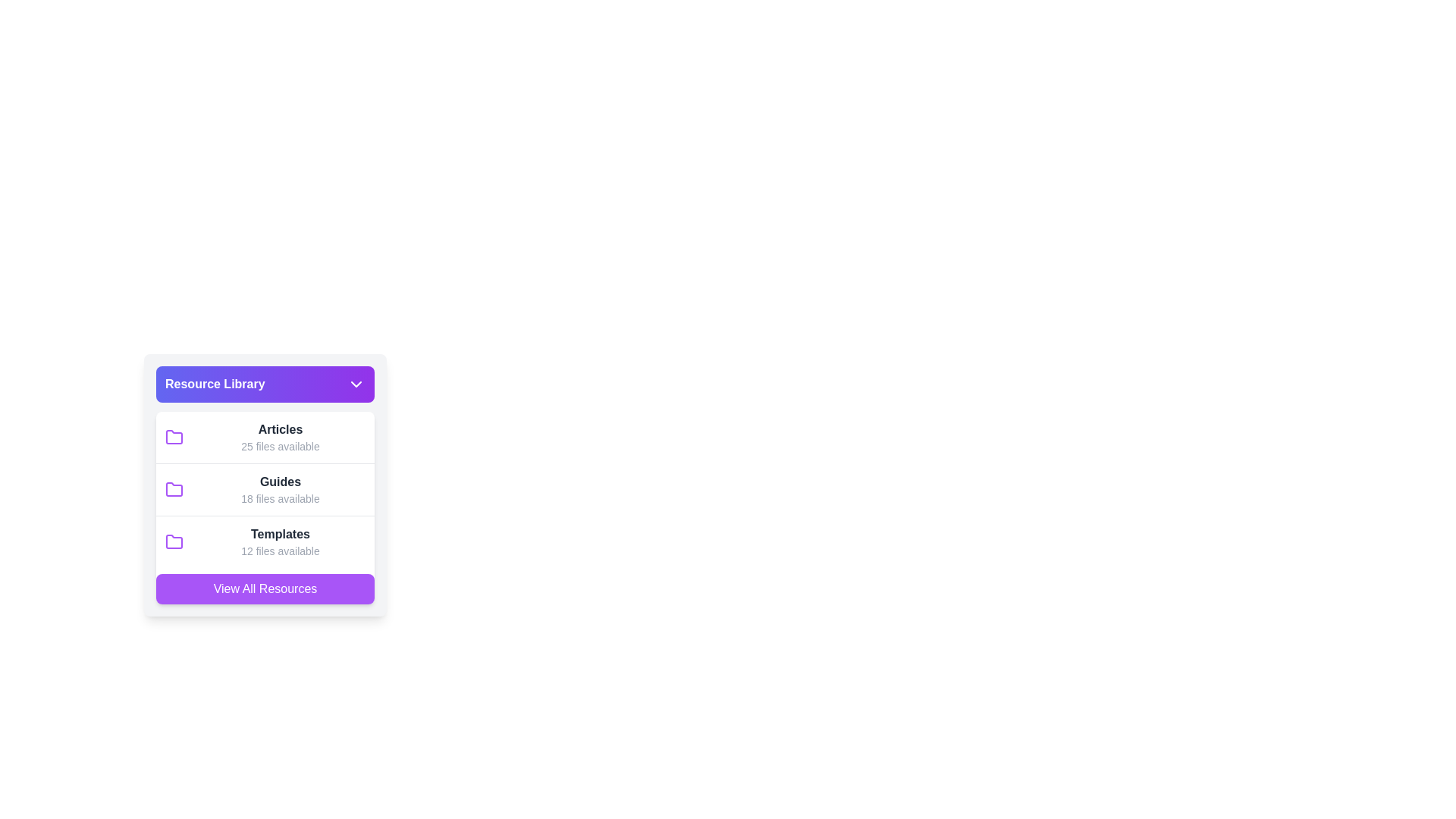  Describe the element at coordinates (174, 438) in the screenshot. I see `the SVG folder icon located in the first row under the 'Resource Library' section, to the left of the text 'Articles'` at that location.